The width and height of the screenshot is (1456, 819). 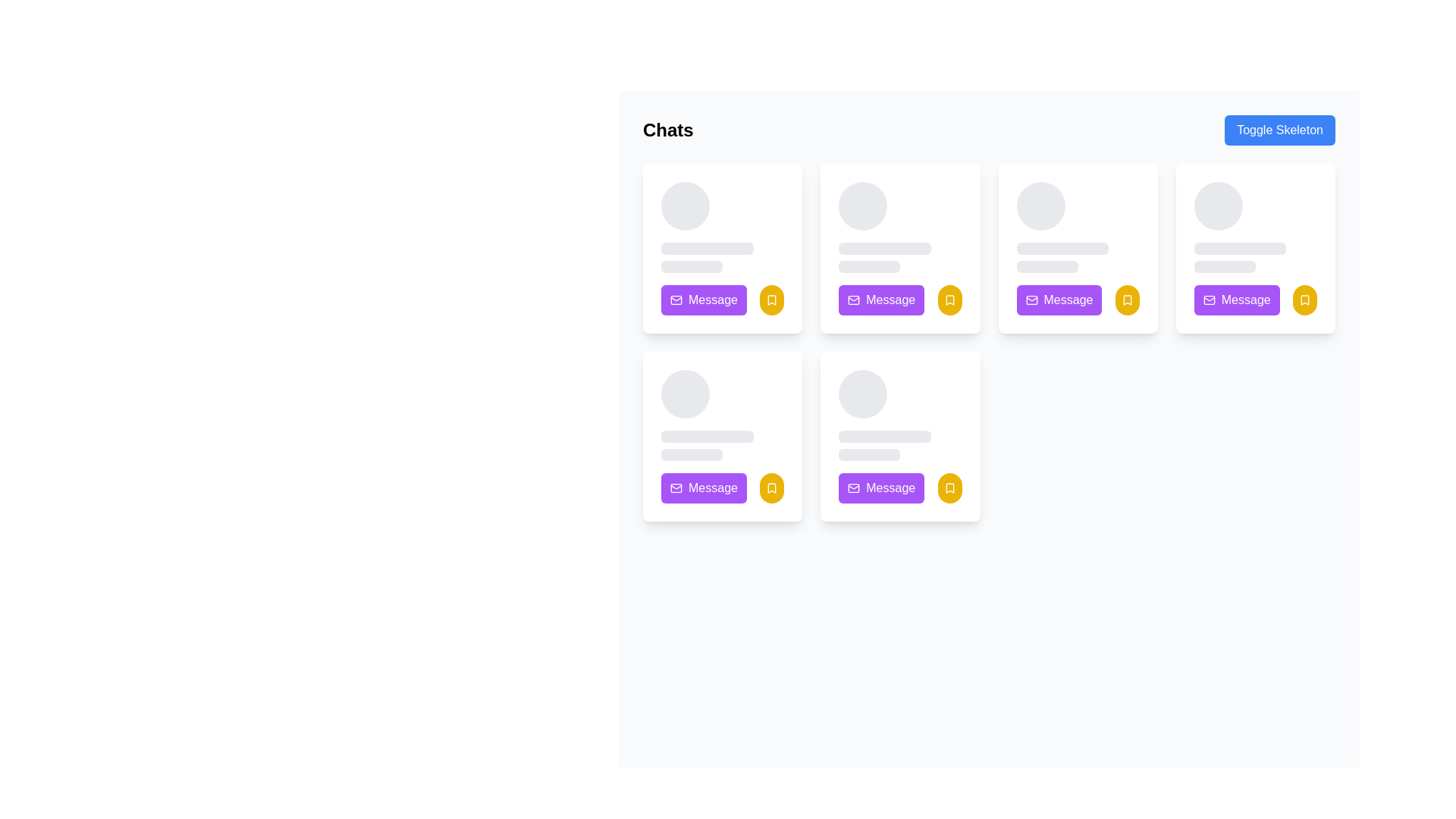 I want to click on the first card in the grid layout, so click(x=722, y=247).